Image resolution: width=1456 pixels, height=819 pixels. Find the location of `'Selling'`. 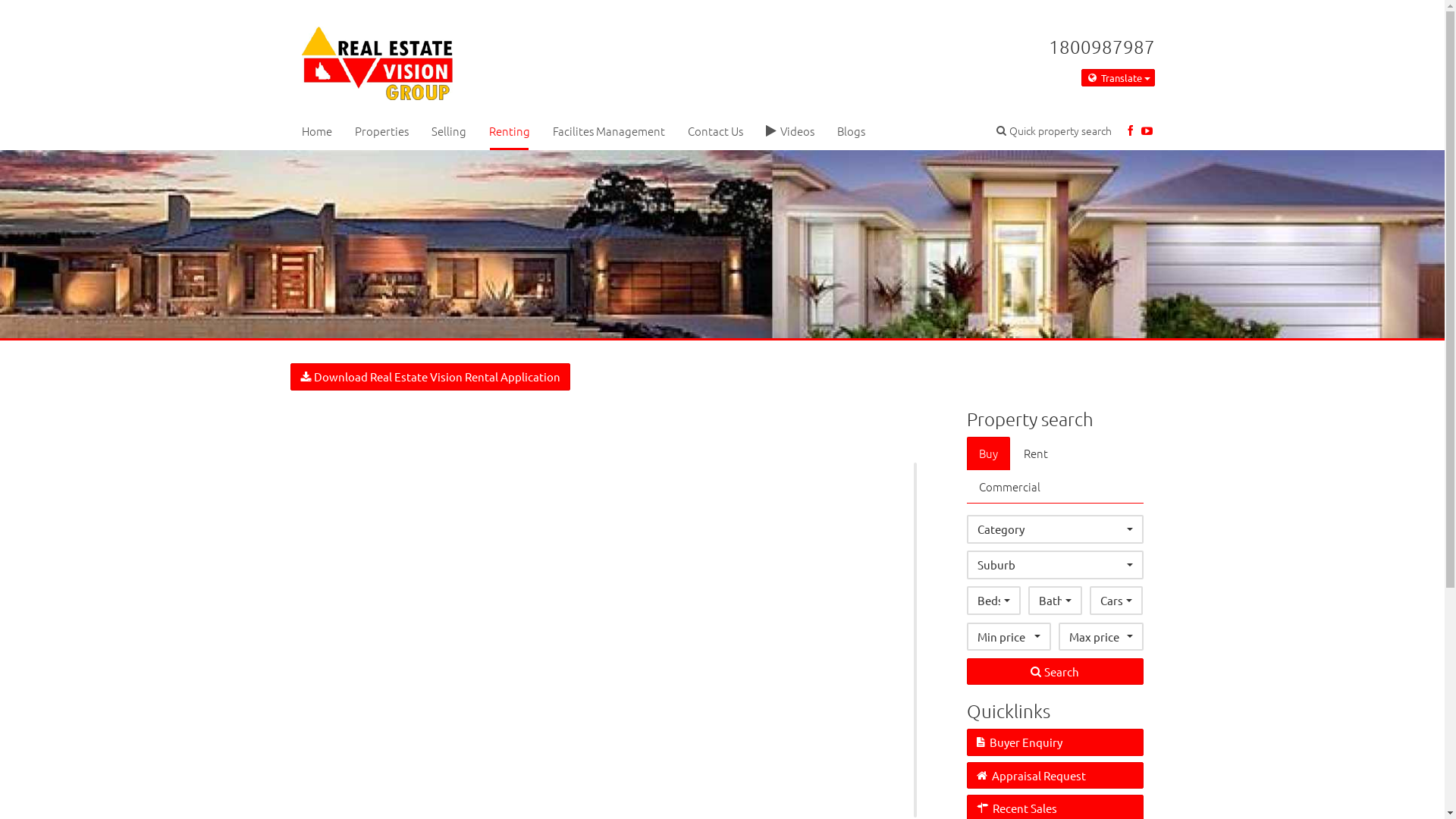

'Selling' is located at coordinates (419, 130).